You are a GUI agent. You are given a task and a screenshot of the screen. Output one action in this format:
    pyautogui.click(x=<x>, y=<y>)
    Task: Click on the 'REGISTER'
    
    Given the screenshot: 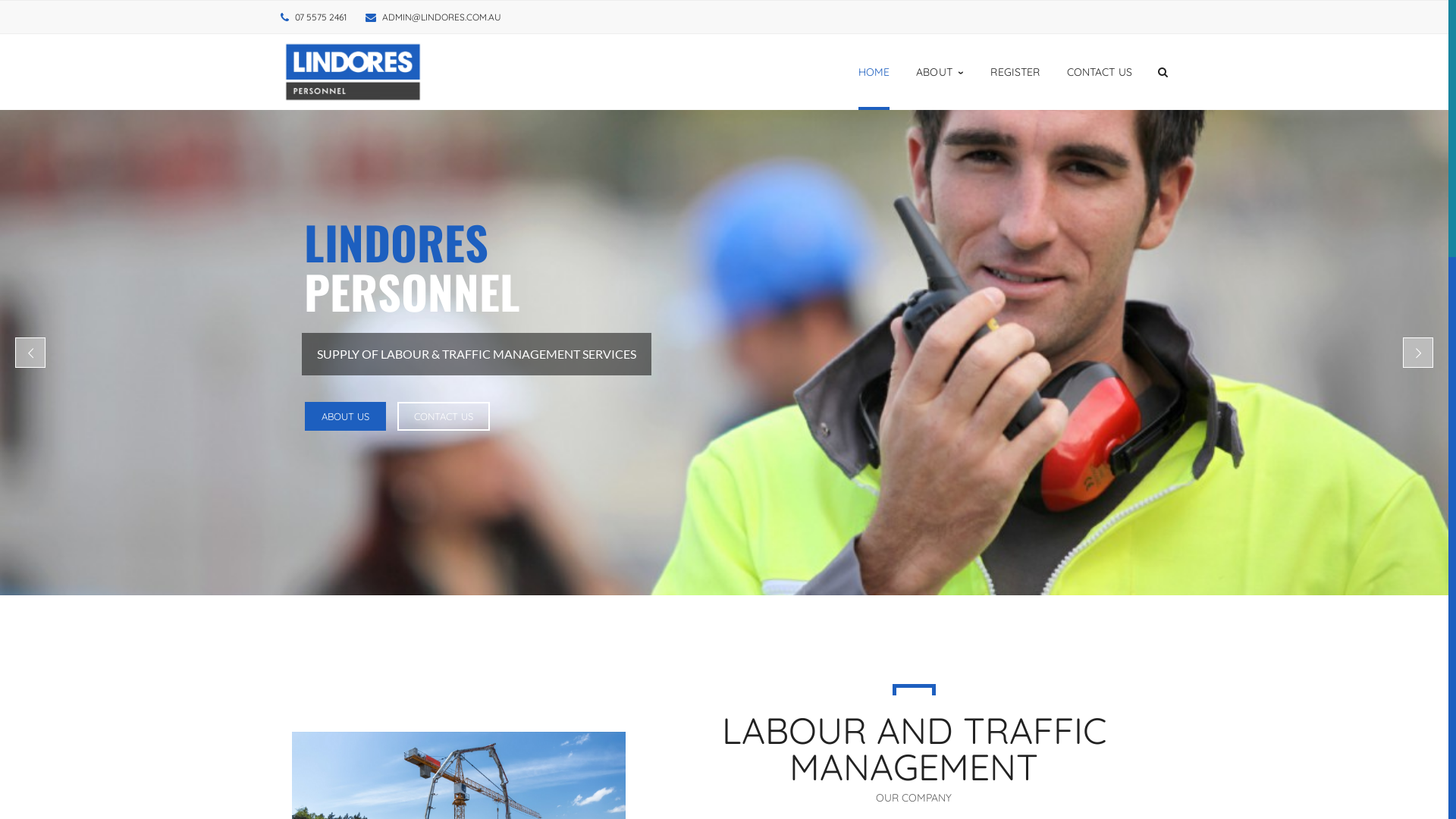 What is the action you would take?
    pyautogui.click(x=1015, y=72)
    